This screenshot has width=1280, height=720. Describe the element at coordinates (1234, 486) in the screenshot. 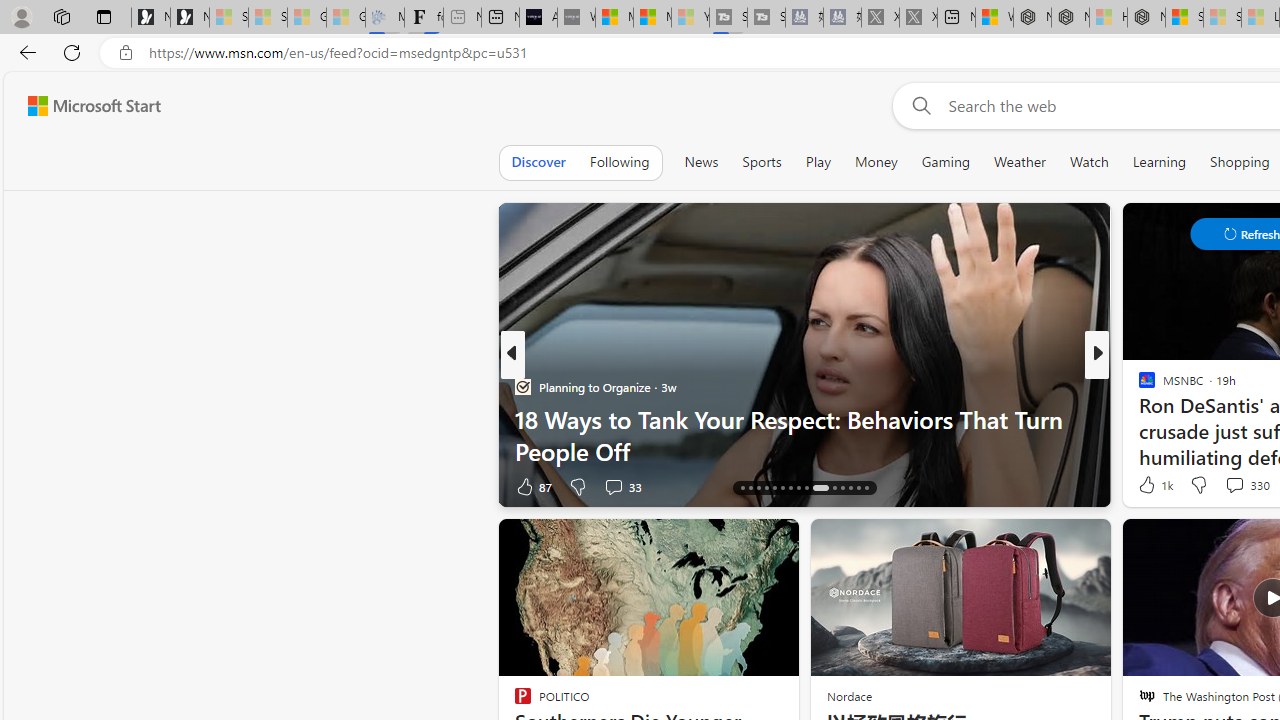

I see `'View comments 1 Comment'` at that location.